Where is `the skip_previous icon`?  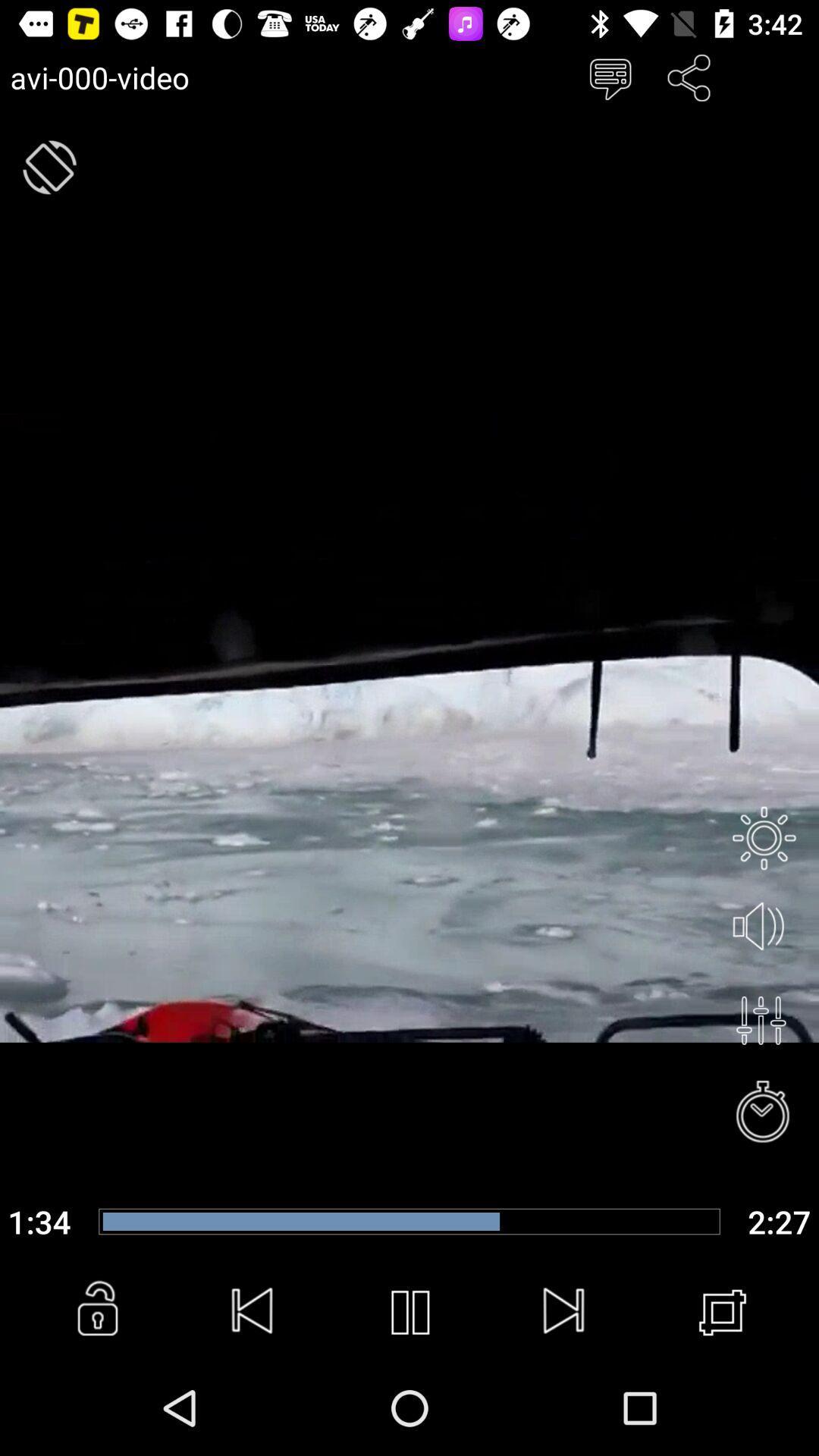
the skip_previous icon is located at coordinates (253, 1312).